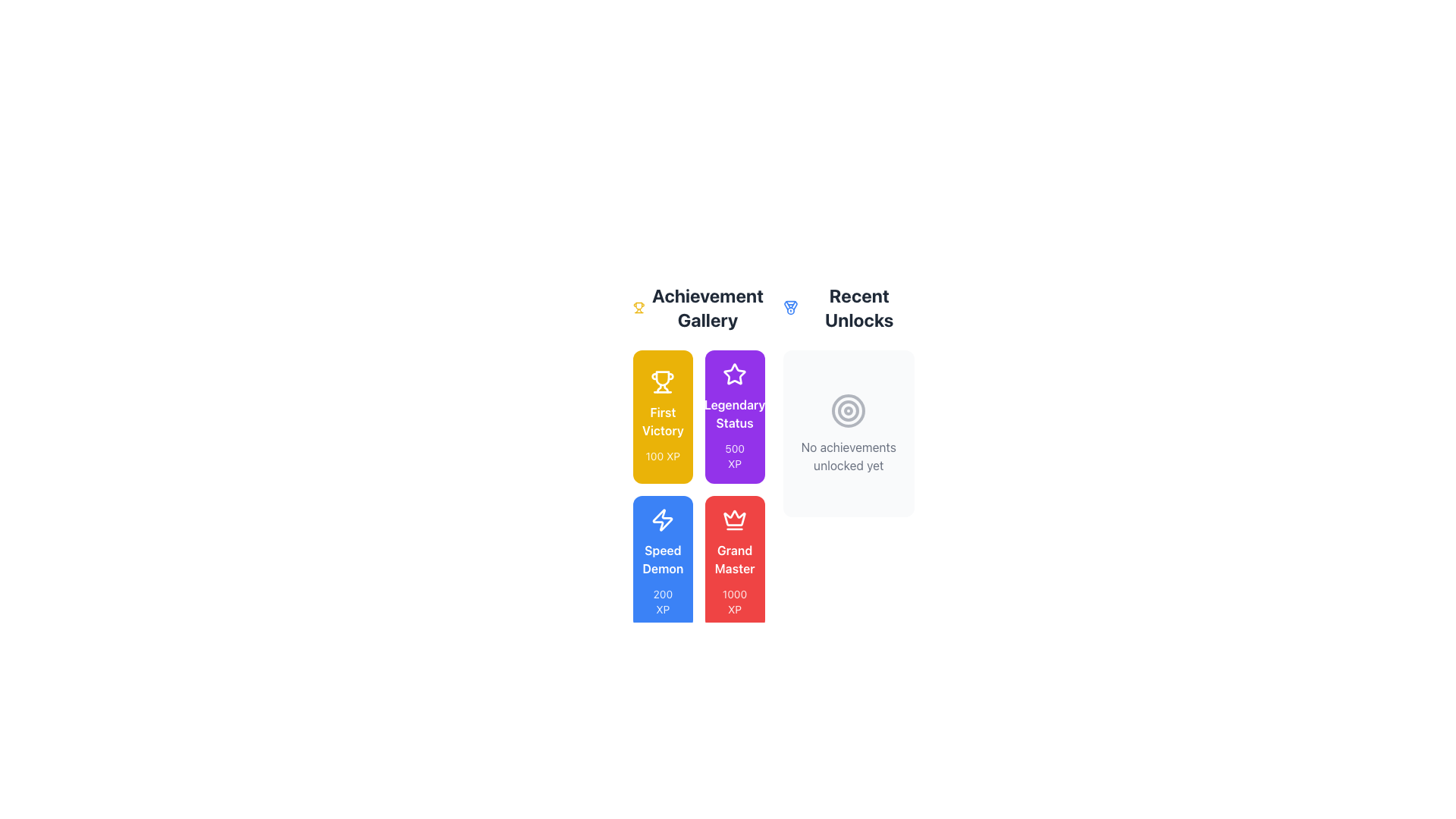 Image resolution: width=1456 pixels, height=819 pixels. I want to click on the 'First Victory' achievement card in the 'Achievement Gallery' section, so click(663, 417).